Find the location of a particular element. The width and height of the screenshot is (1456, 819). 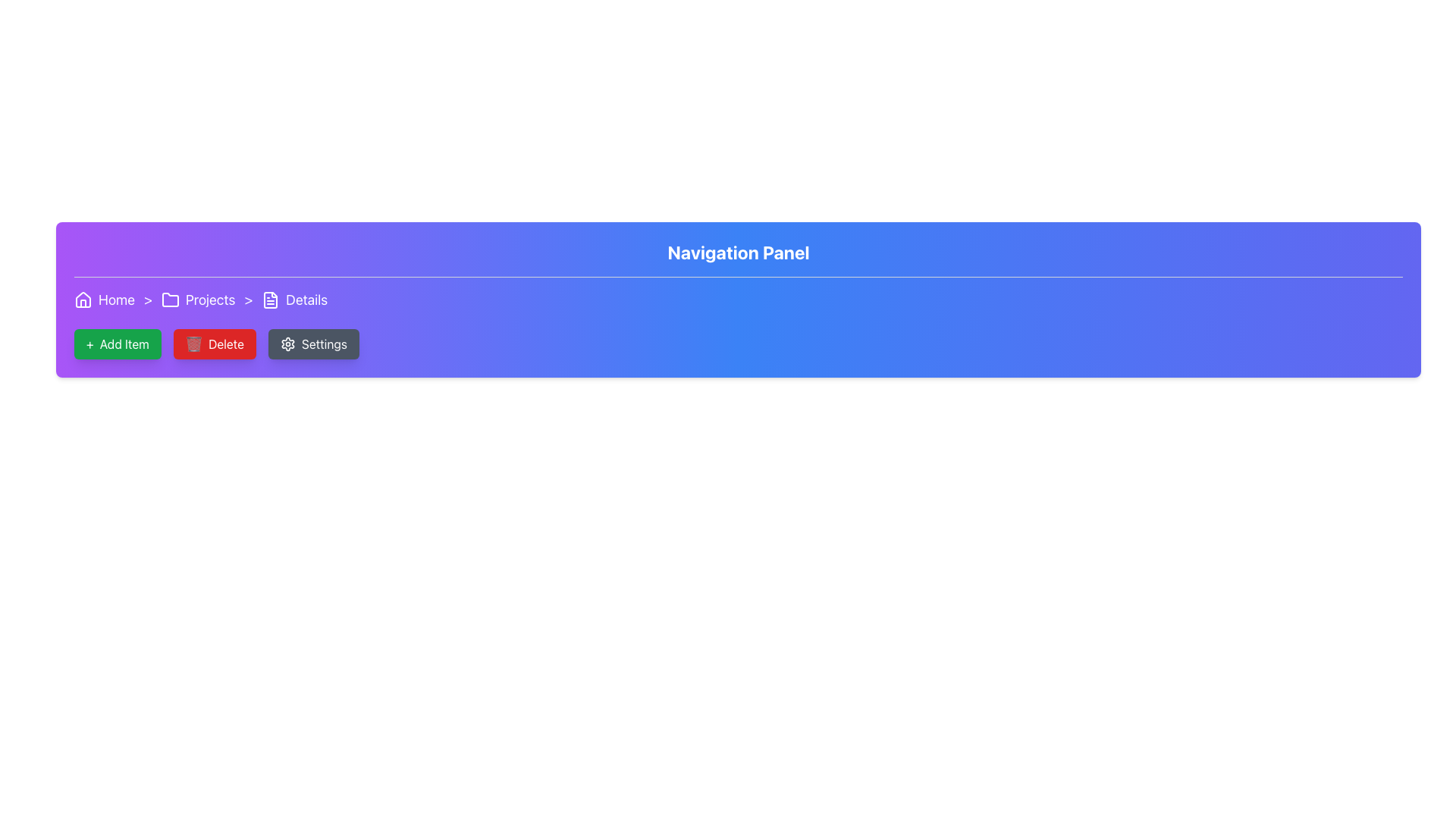

the 'Details' text label in the breadcrumb navigation bar is located at coordinates (306, 300).